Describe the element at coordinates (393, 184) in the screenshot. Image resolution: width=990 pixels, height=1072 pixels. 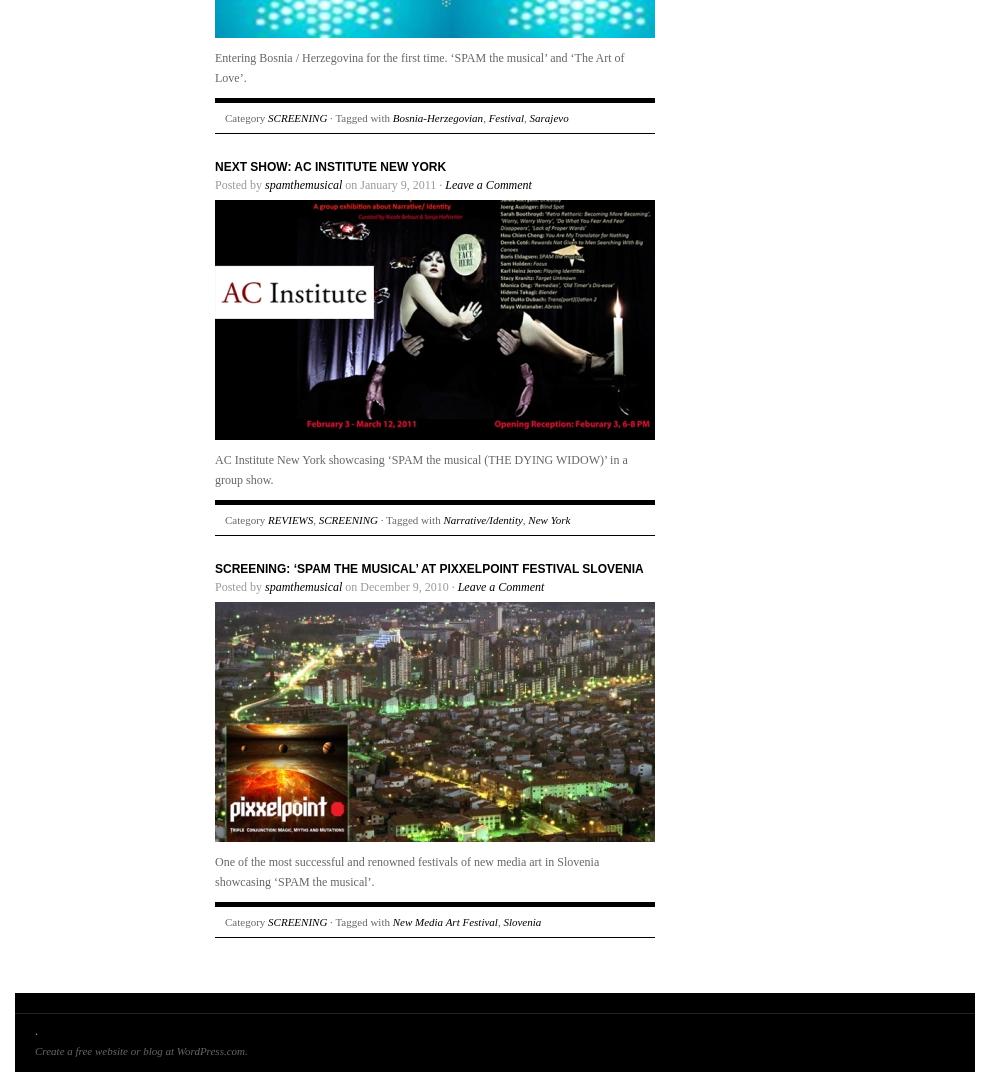
I see `'on January 9, 2011 ·'` at that location.